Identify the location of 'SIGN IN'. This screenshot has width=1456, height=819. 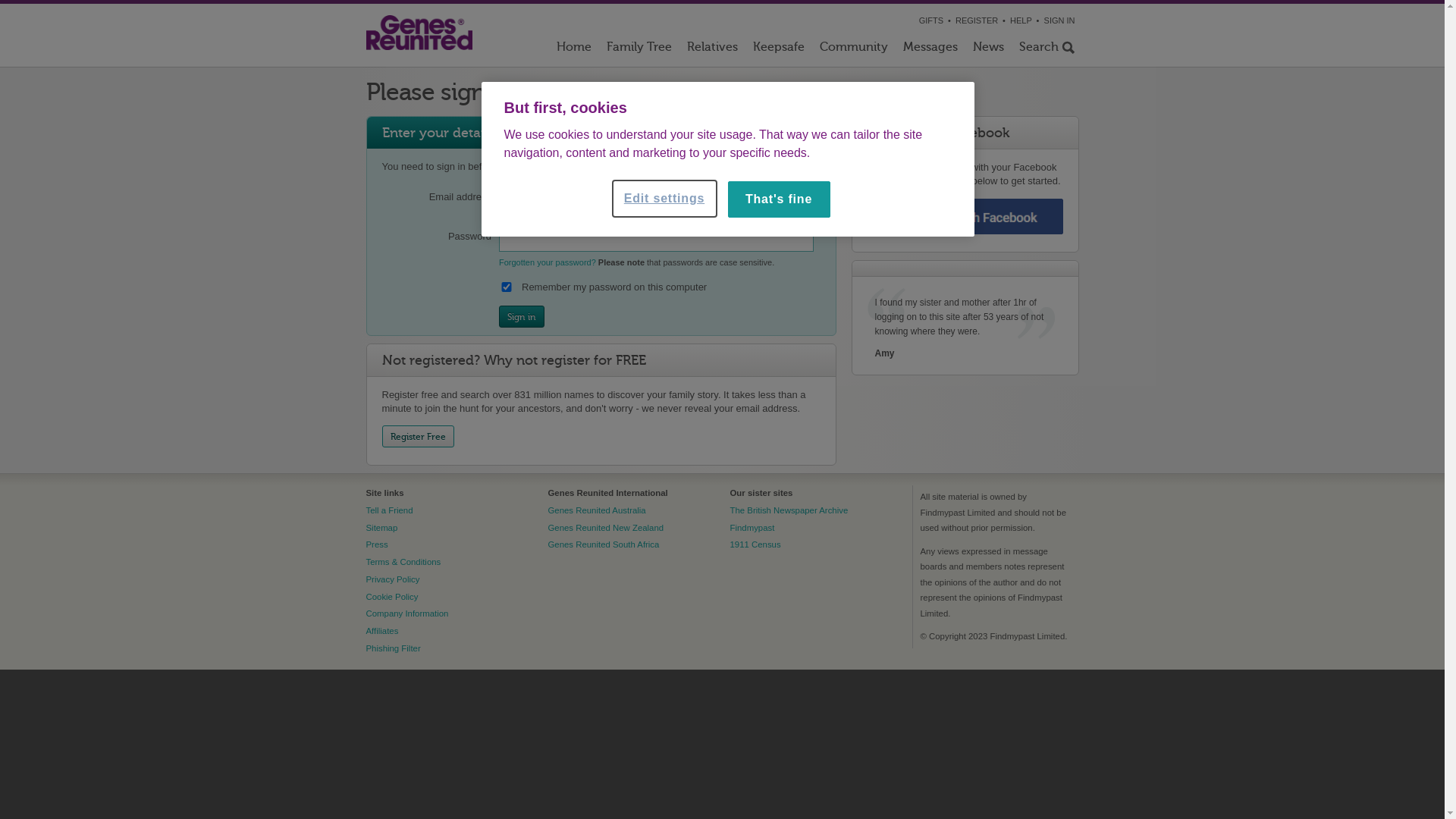
(1059, 20).